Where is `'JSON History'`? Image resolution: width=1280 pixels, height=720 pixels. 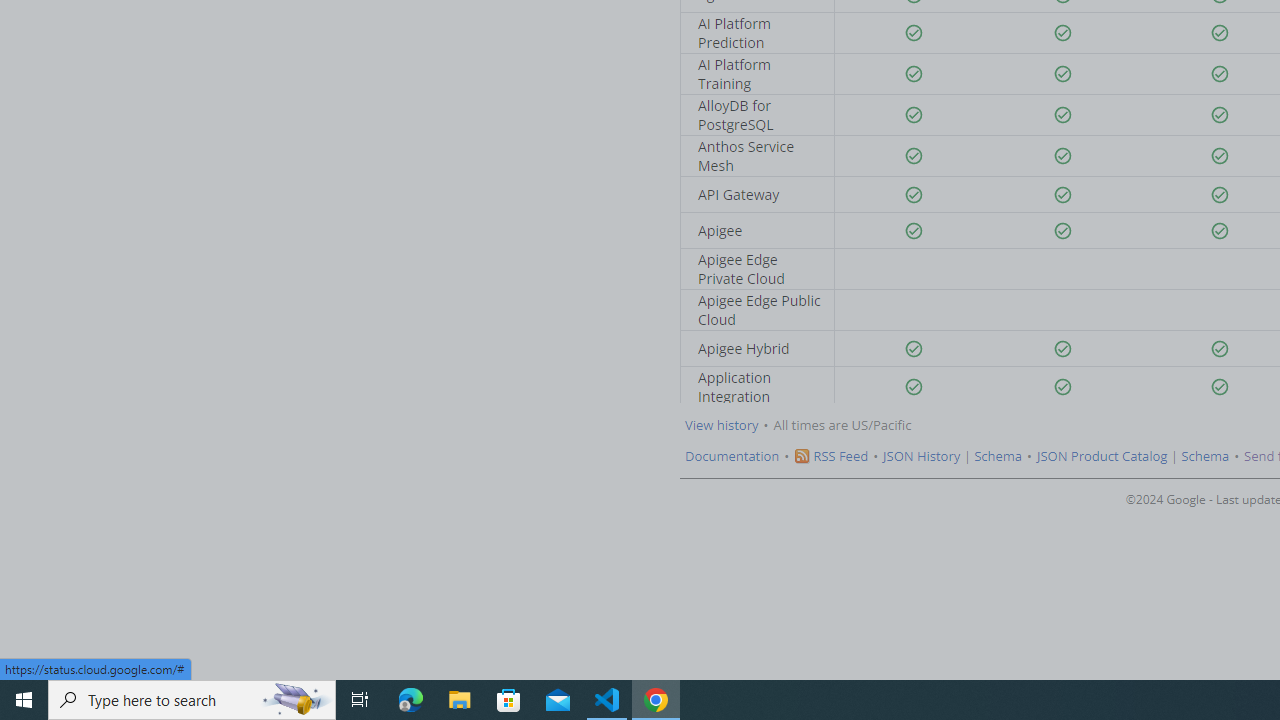
'JSON History' is located at coordinates (921, 456).